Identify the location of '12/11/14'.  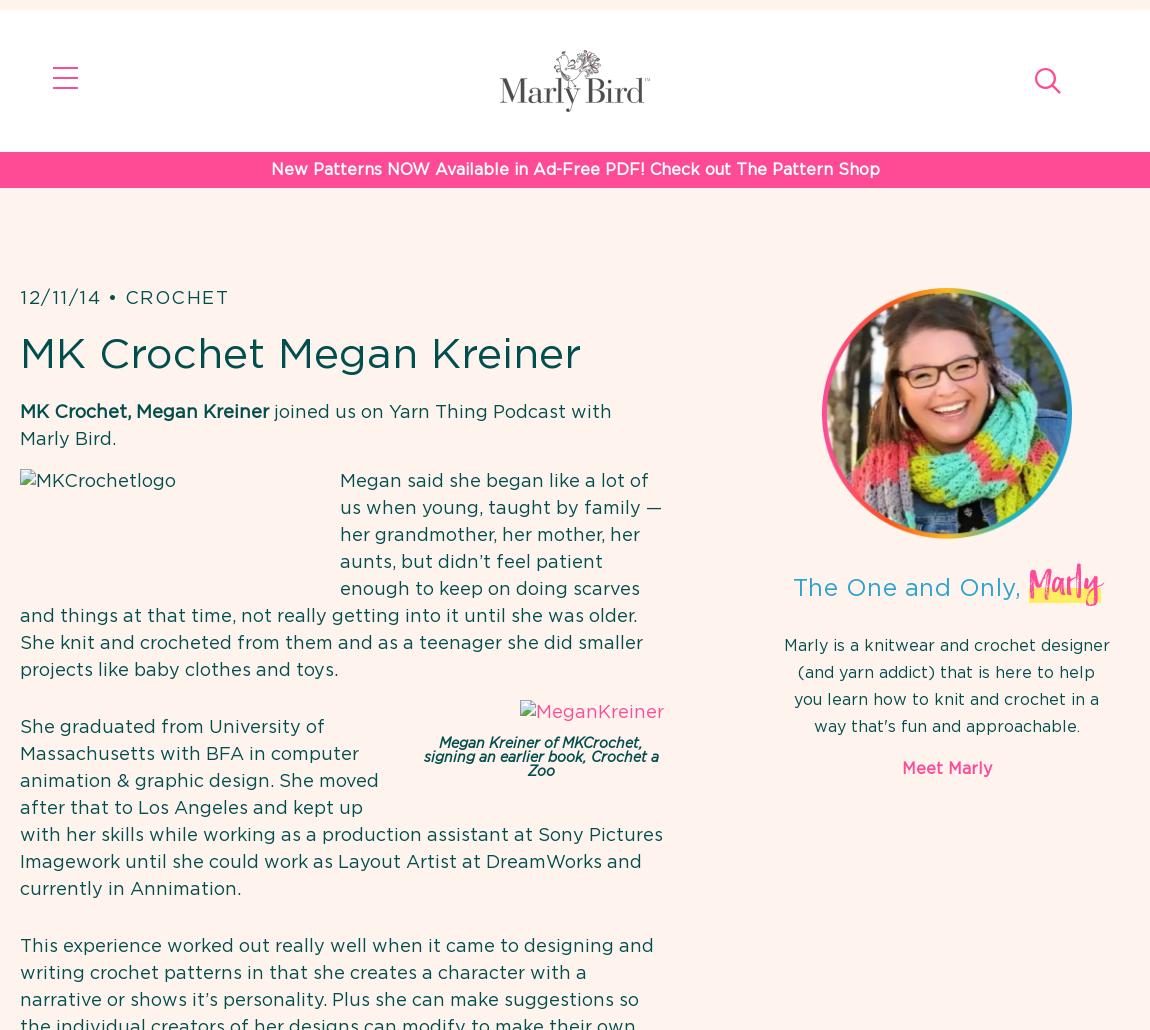
(59, 298).